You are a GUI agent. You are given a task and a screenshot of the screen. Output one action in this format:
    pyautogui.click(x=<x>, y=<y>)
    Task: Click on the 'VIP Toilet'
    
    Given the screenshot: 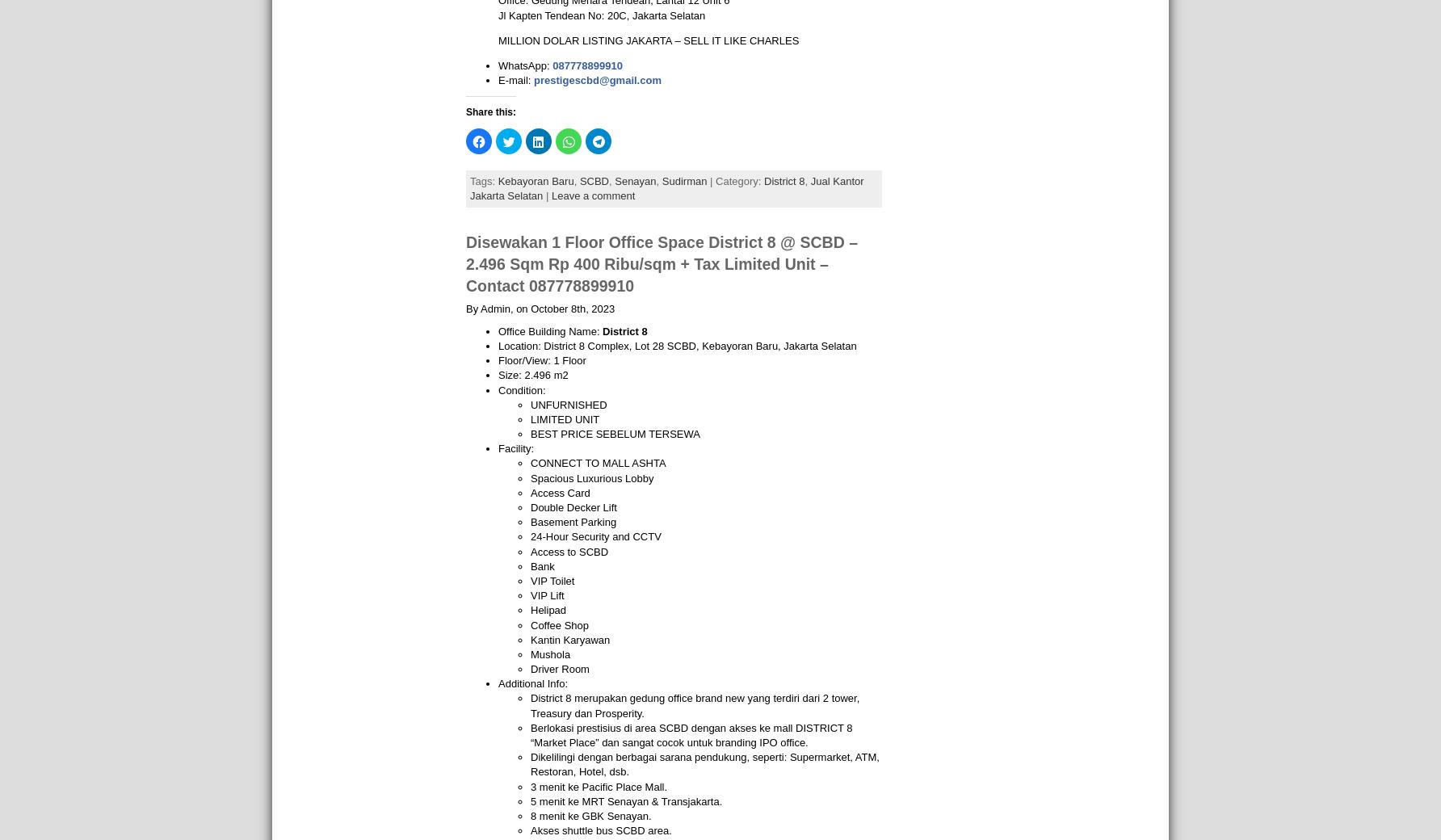 What is the action you would take?
    pyautogui.click(x=552, y=580)
    